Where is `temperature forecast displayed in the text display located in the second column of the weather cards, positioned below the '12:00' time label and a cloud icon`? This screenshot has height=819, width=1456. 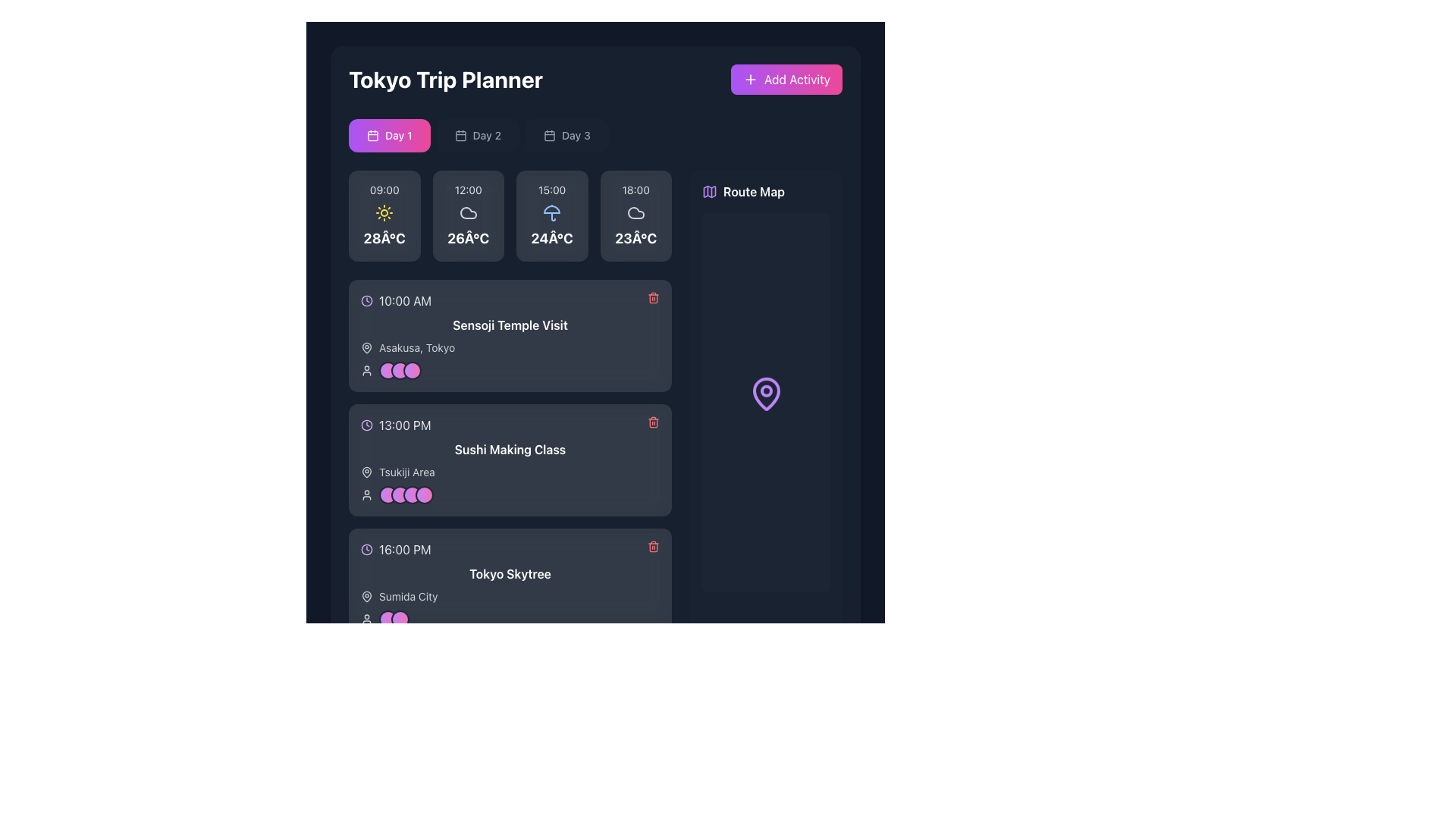 temperature forecast displayed in the text display located in the second column of the weather cards, positioned below the '12:00' time label and a cloud icon is located at coordinates (467, 239).